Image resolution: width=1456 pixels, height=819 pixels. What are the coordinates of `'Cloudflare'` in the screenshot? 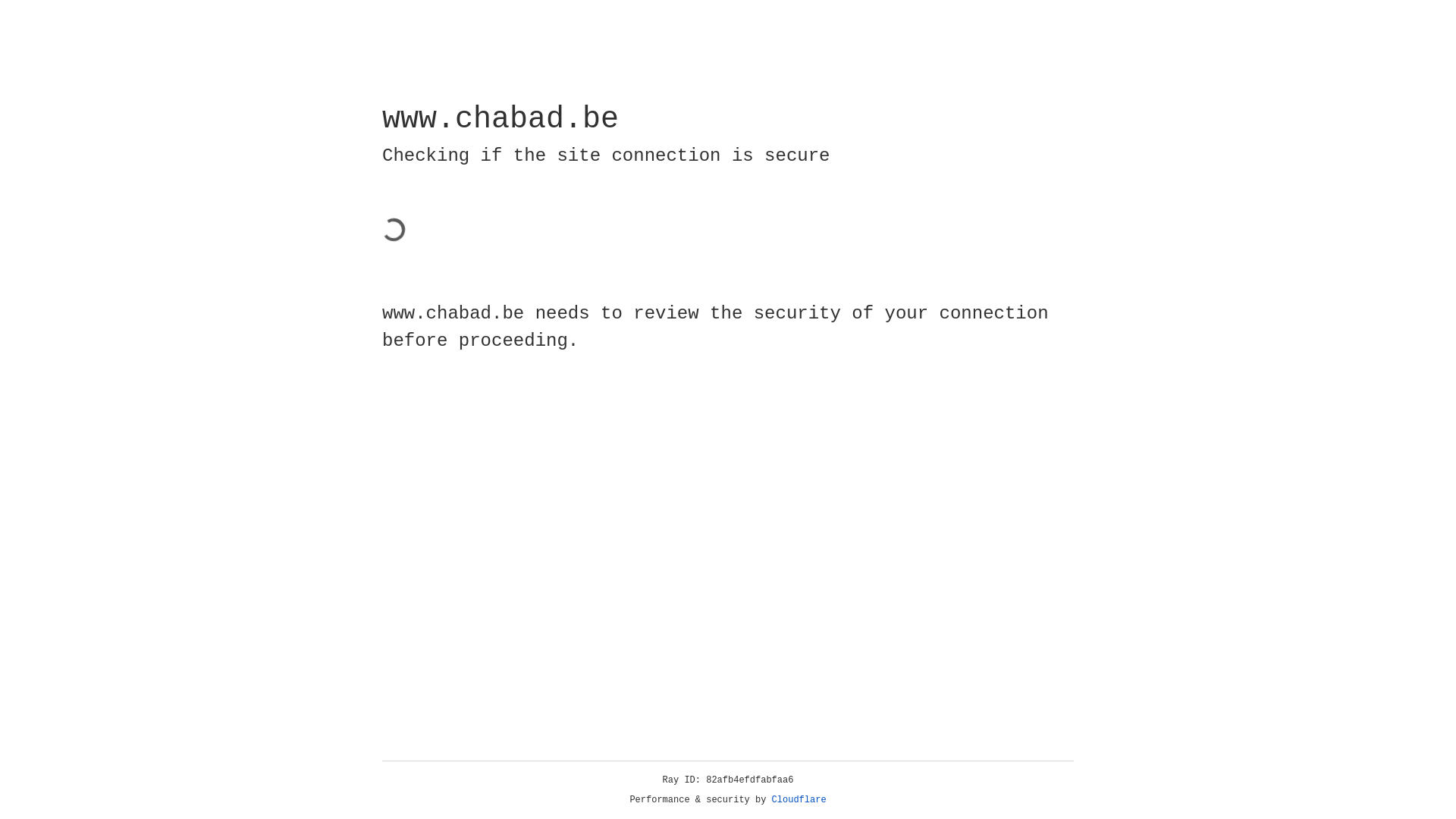 It's located at (799, 799).